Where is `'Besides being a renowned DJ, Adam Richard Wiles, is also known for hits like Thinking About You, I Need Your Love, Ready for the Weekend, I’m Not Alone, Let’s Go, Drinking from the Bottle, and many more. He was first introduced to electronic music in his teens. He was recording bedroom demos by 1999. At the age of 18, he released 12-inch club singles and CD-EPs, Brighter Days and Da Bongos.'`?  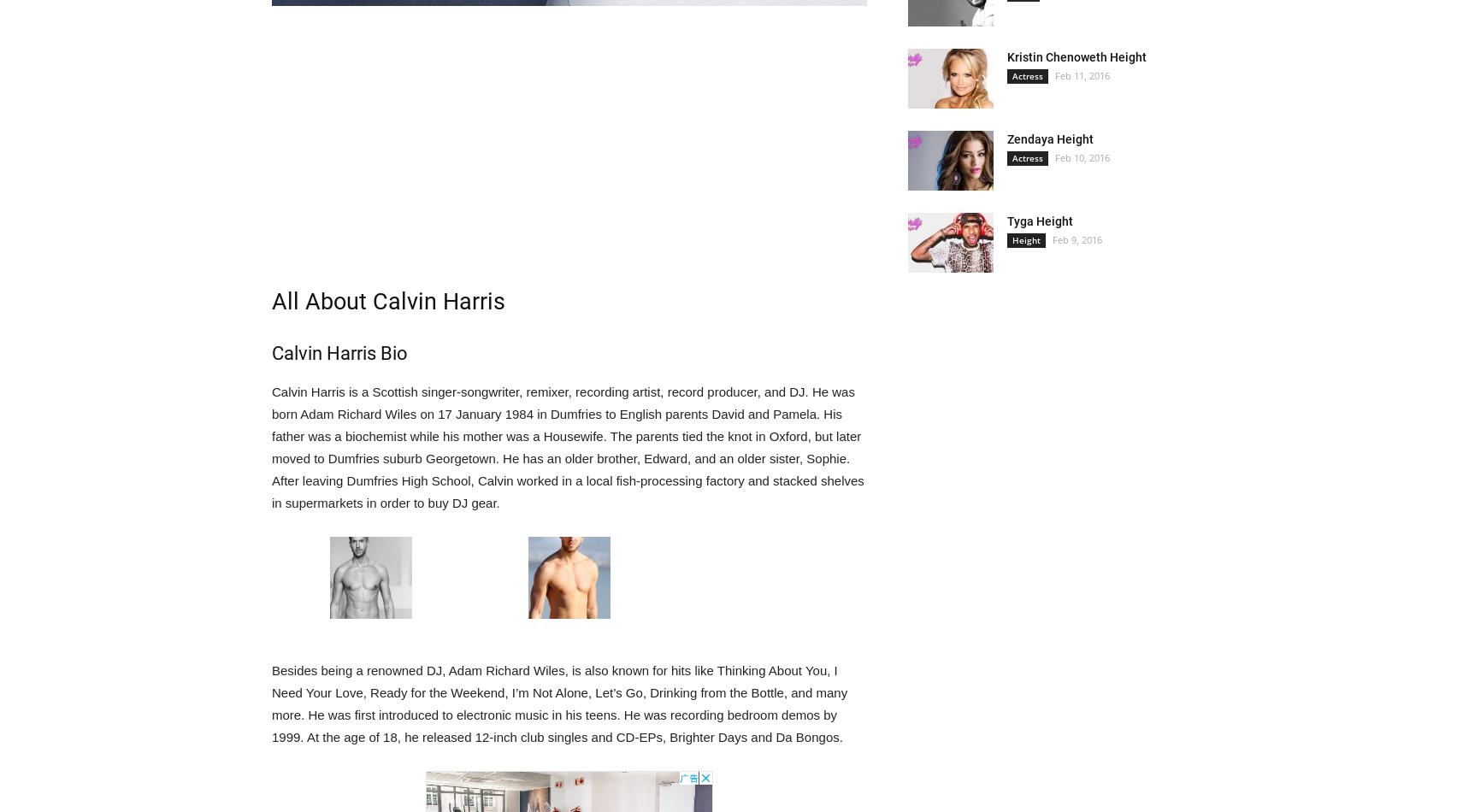
'Besides being a renowned DJ, Adam Richard Wiles, is also known for hits like Thinking About You, I Need Your Love, Ready for the Weekend, I’m Not Alone, Let’s Go, Drinking from the Bottle, and many more. He was first introduced to electronic music in his teens. He was recording bedroom demos by 1999. At the age of 18, he released 12-inch club singles and CD-EPs, Brighter Days and Da Bongos.' is located at coordinates (270, 703).